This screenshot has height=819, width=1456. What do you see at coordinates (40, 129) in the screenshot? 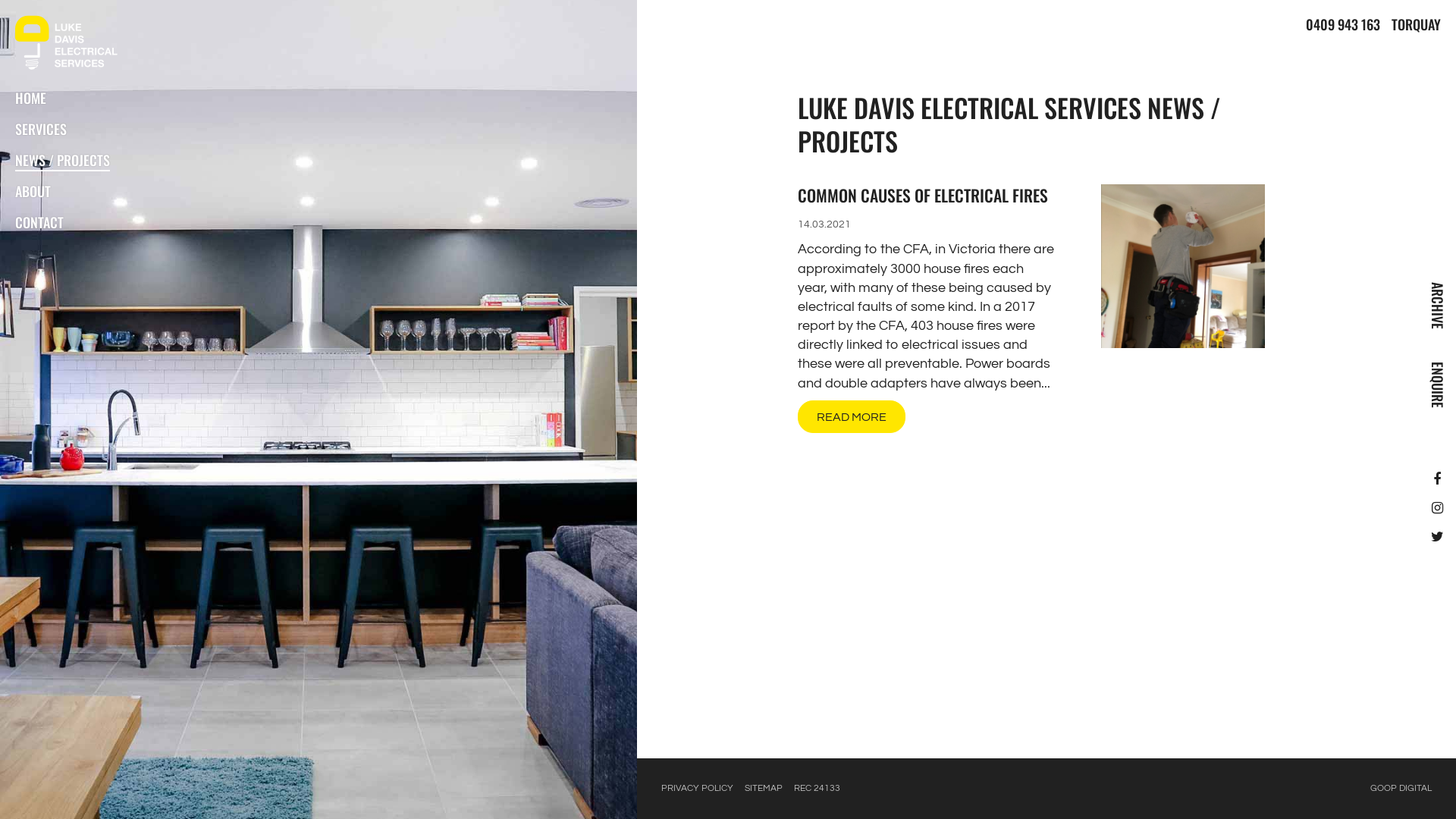
I see `'SERVICES'` at bounding box center [40, 129].